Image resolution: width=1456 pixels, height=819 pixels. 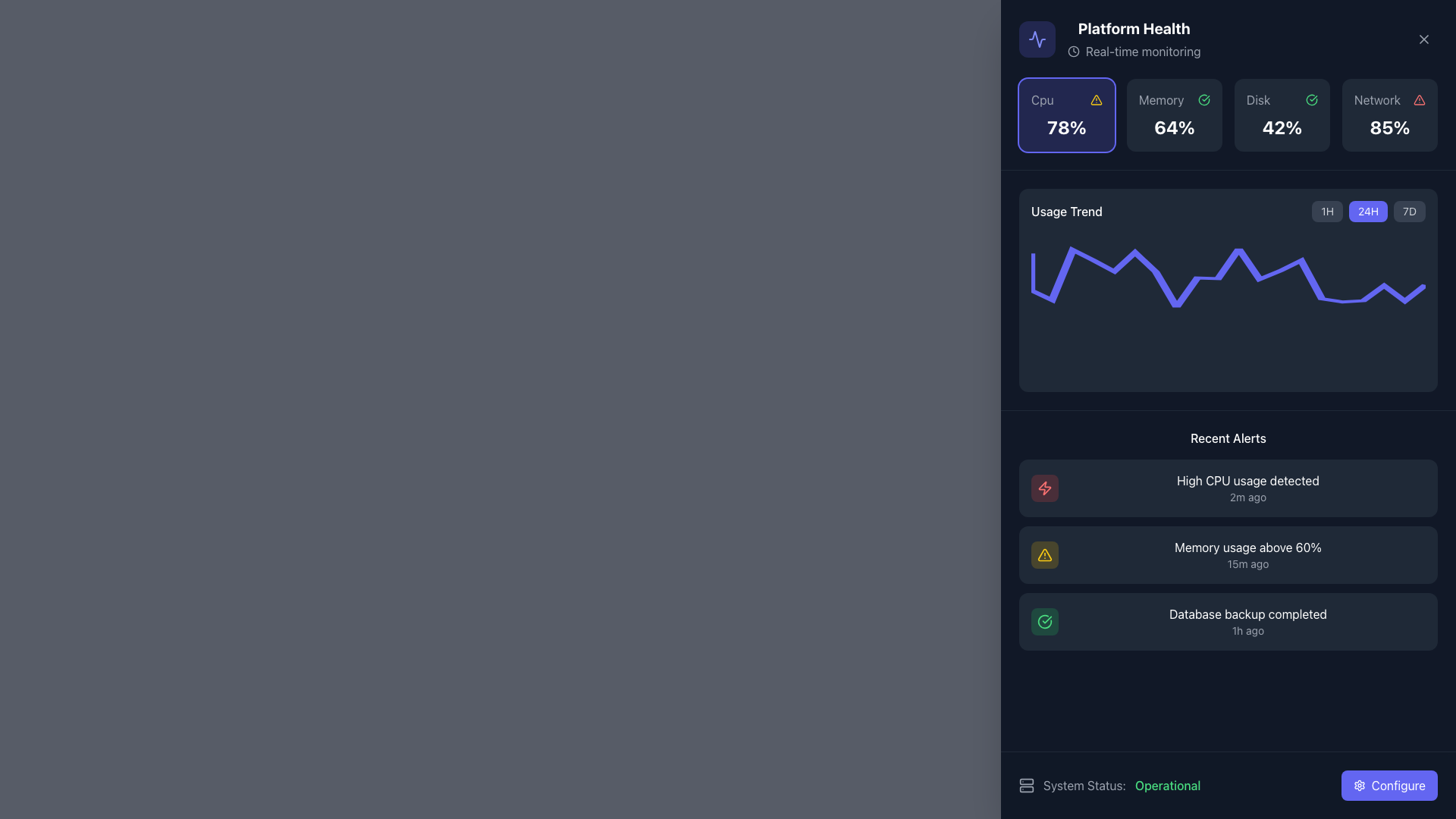 I want to click on the Static text label that indicates the current operational status of the system, which shows 'Operational' in green color, located at the bottom-right corner of the interface, so click(x=1167, y=785).